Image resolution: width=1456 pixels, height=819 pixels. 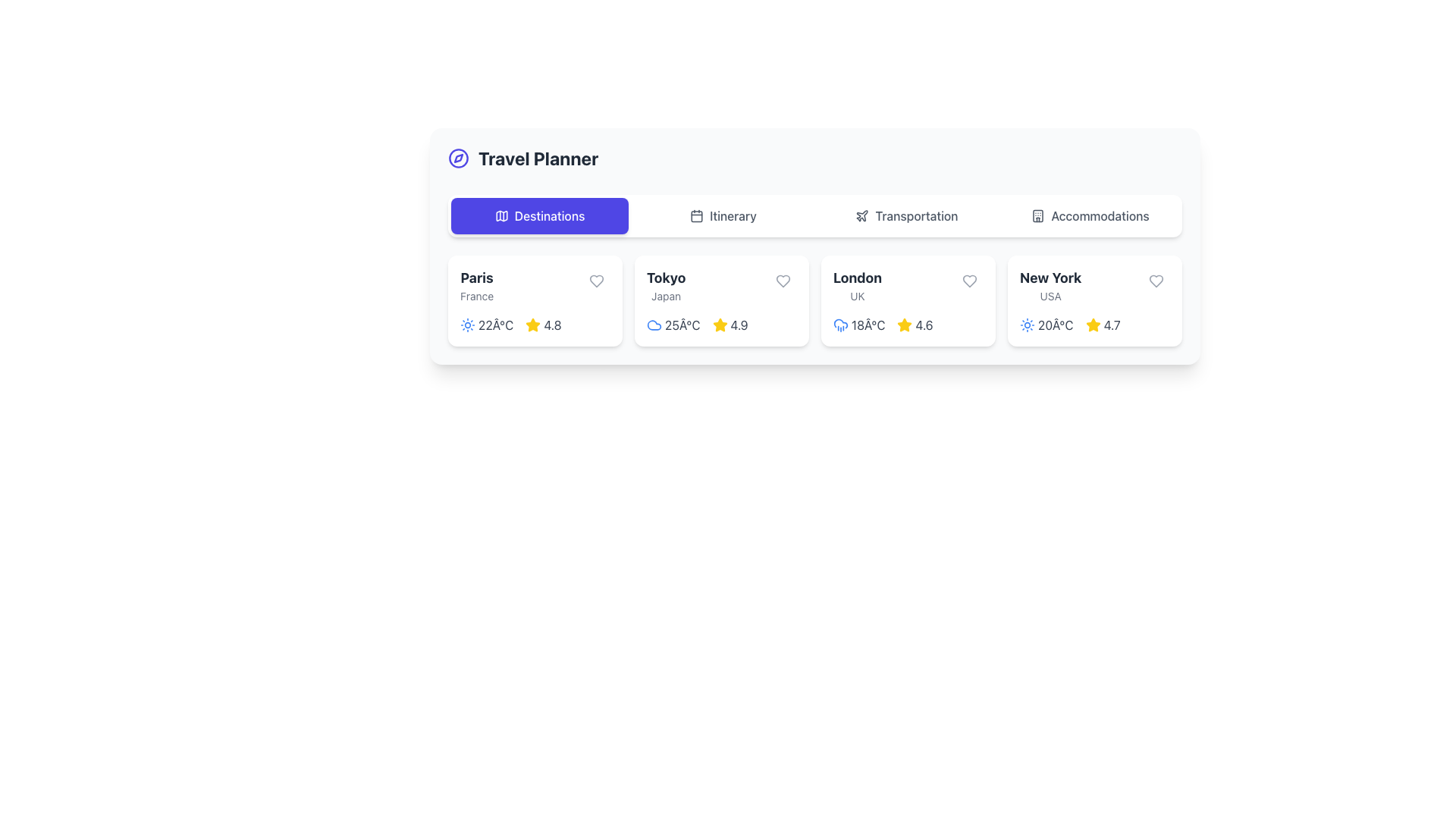 What do you see at coordinates (467, 324) in the screenshot?
I see `the weather indicator icon located within the Paris card` at bounding box center [467, 324].